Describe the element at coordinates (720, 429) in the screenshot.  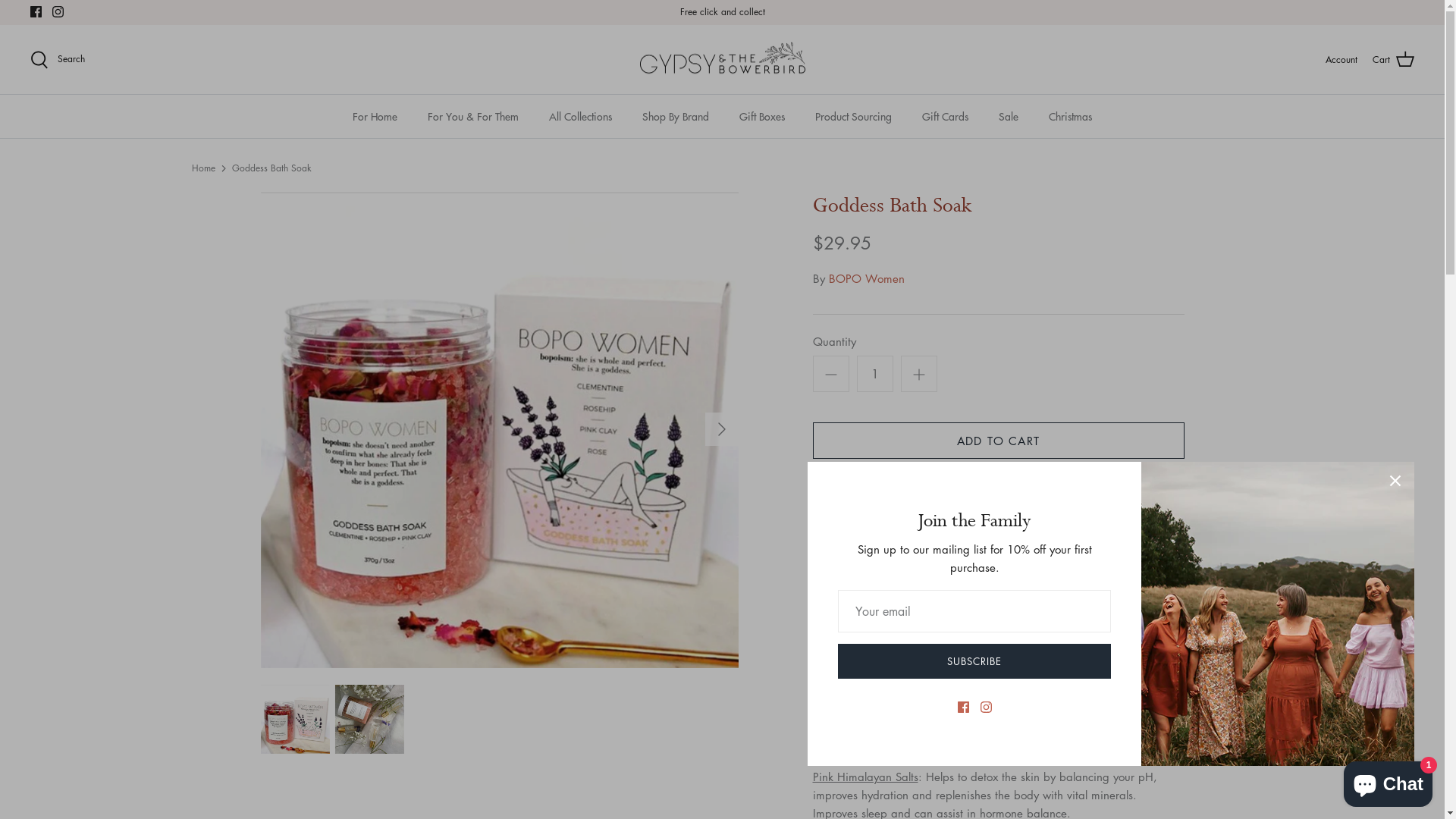
I see `'RIGHT'` at that location.